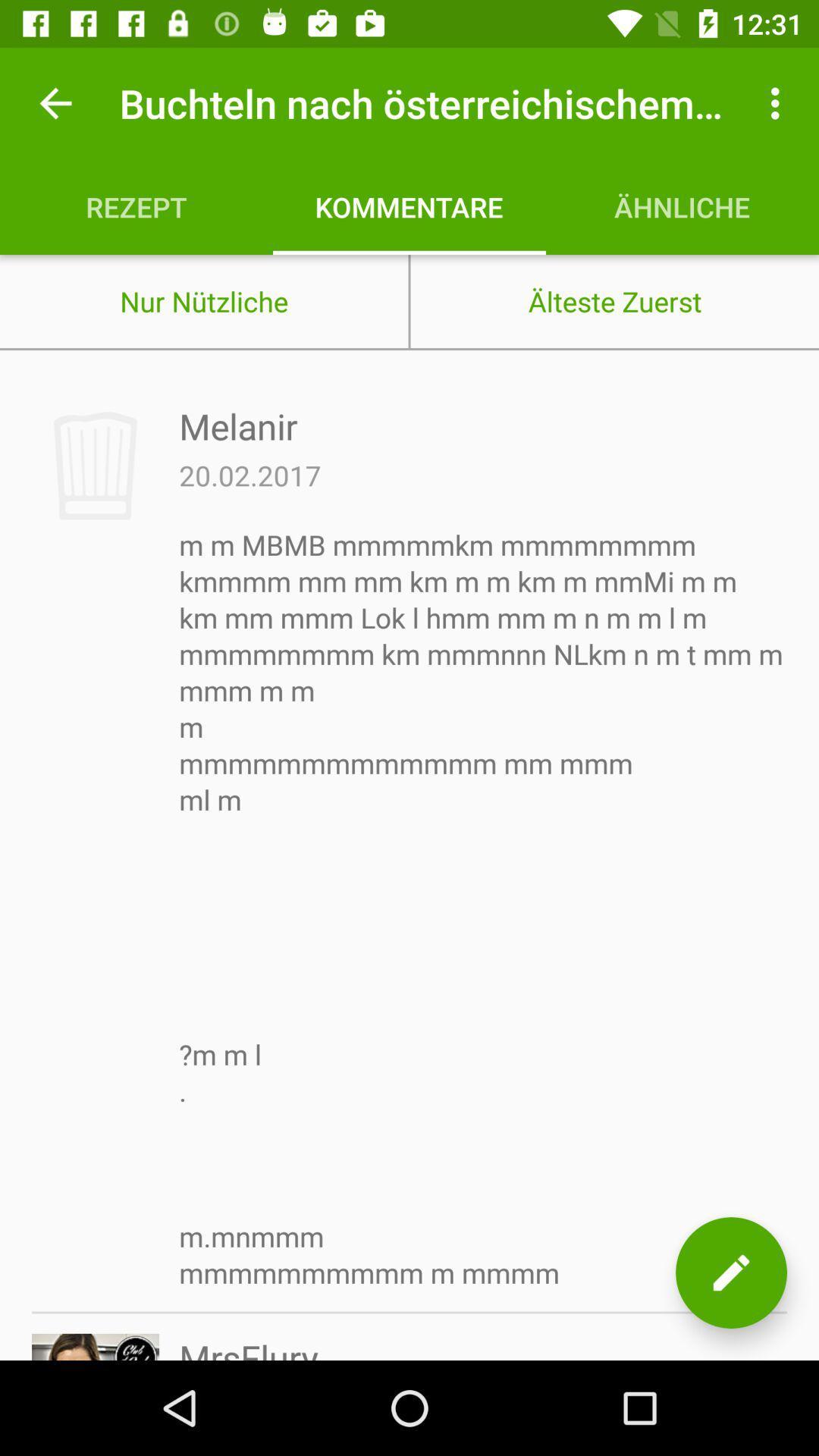 The width and height of the screenshot is (819, 1456). Describe the element at coordinates (730, 1272) in the screenshot. I see `write your tesxt` at that location.